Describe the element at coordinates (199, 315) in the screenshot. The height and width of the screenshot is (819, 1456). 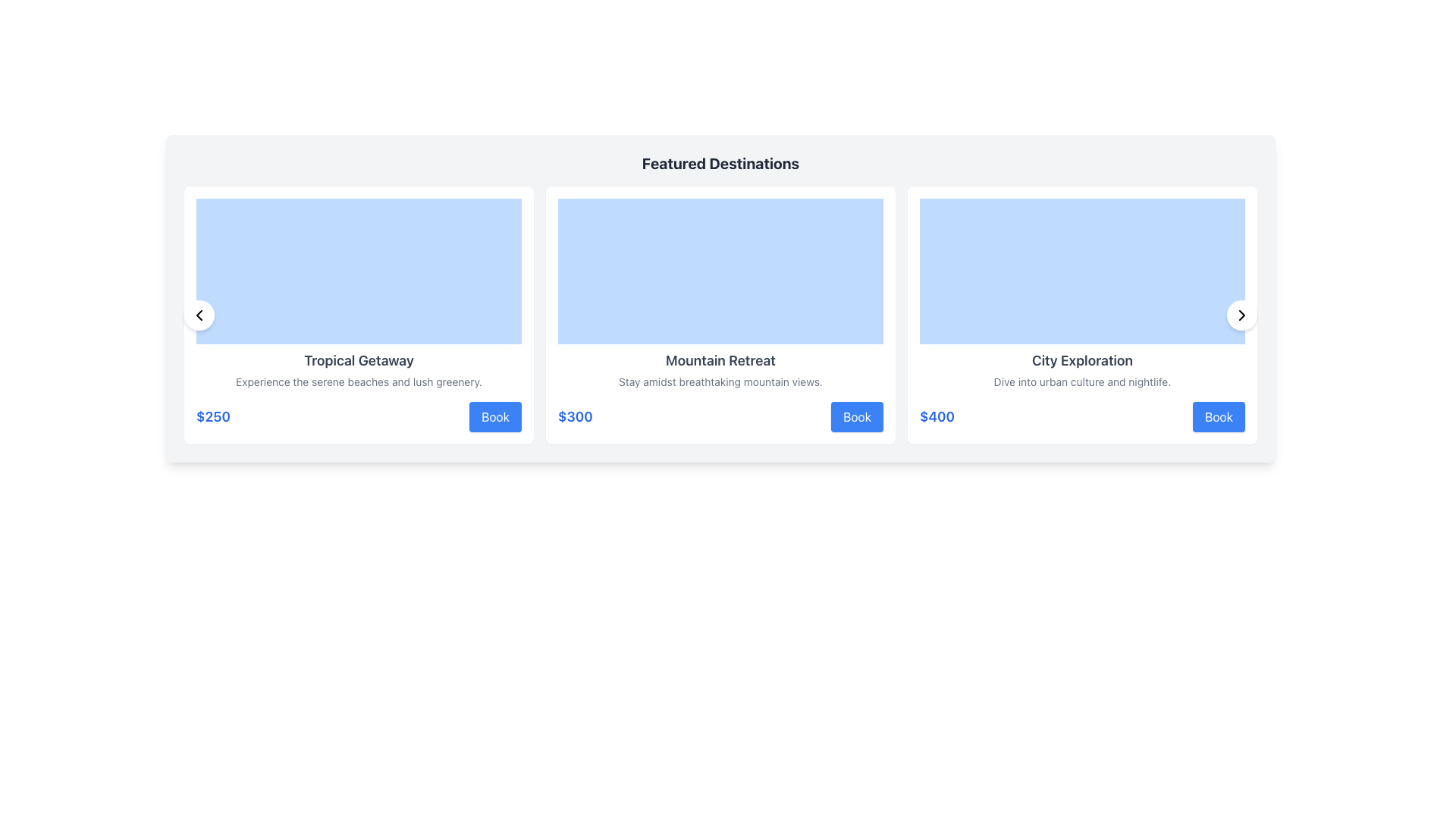
I see `the button located in the left section of the horizontal carousel` at that location.